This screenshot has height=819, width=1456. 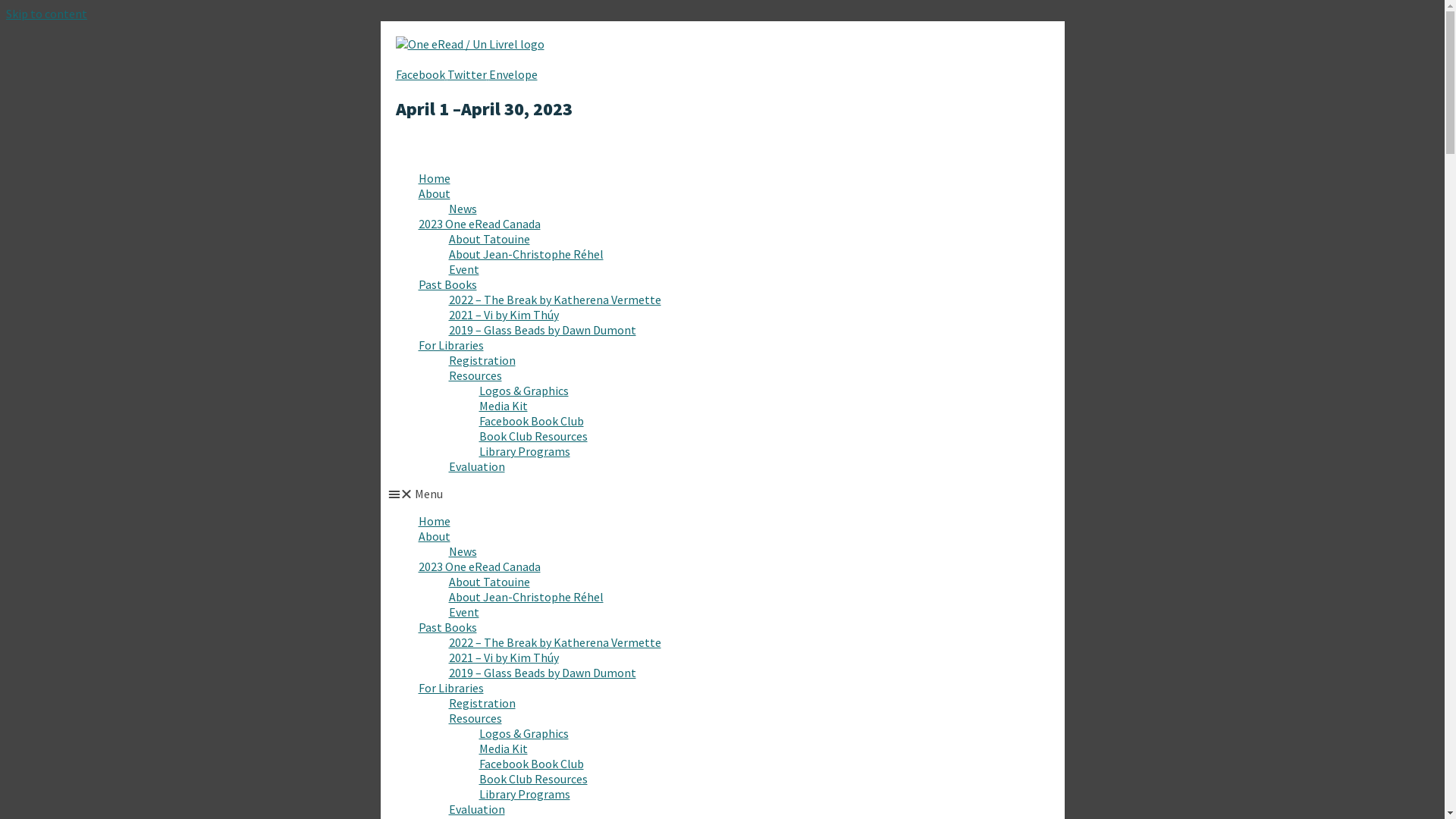 I want to click on 'Media Kit', so click(x=479, y=748).